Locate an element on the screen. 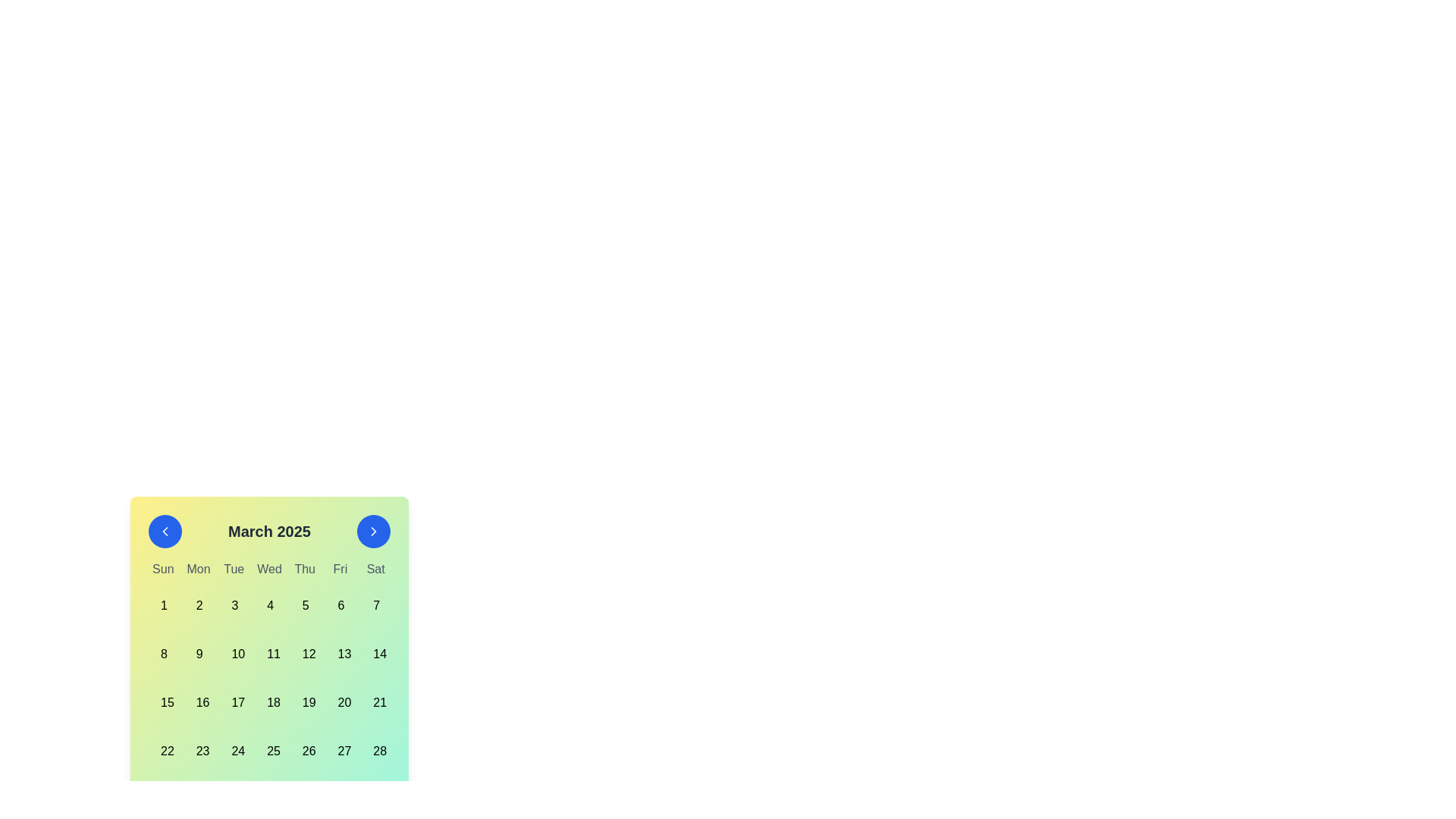 The image size is (1456, 819). the calendar date cell representing the 21st day of the month, located in the seventh column (Saturday) of the fourth row under the 'Sat' label is located at coordinates (375, 702).